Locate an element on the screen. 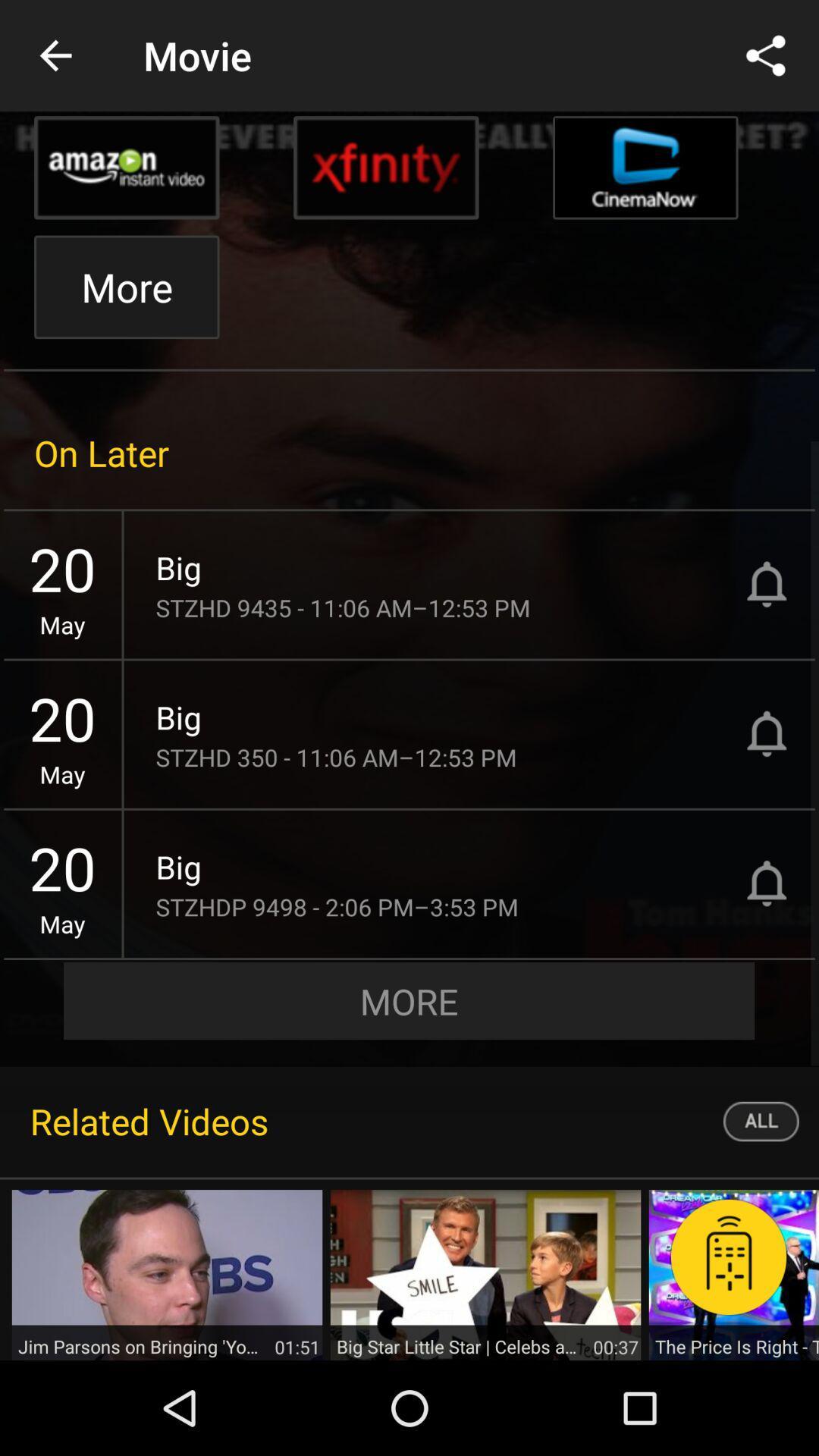  the item to the left of movie icon is located at coordinates (55, 55).